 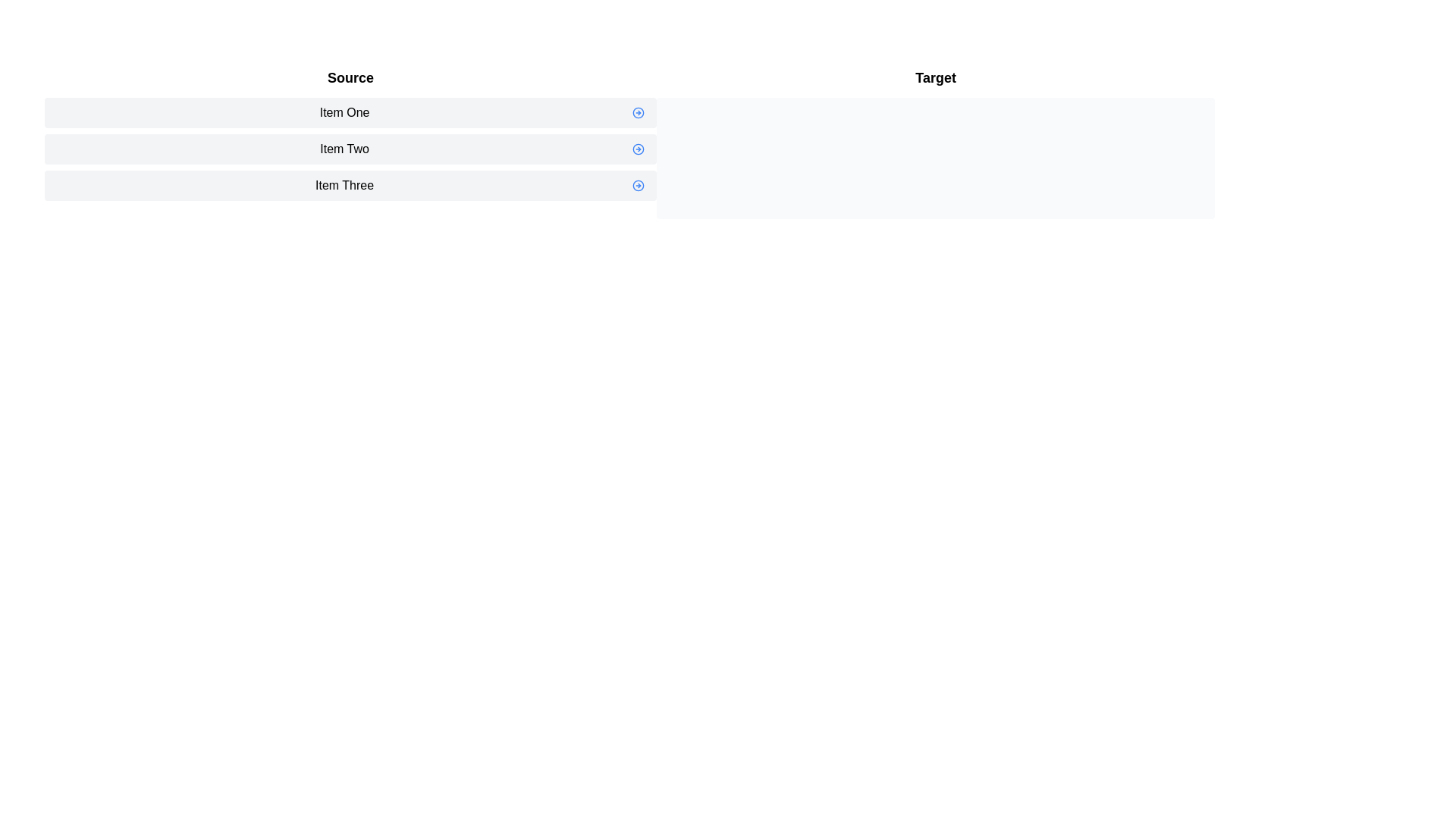 I want to click on the text display element labeled 'Item Three', which is the third item in a vertical list and positioned to the left of the action icon, so click(x=344, y=185).